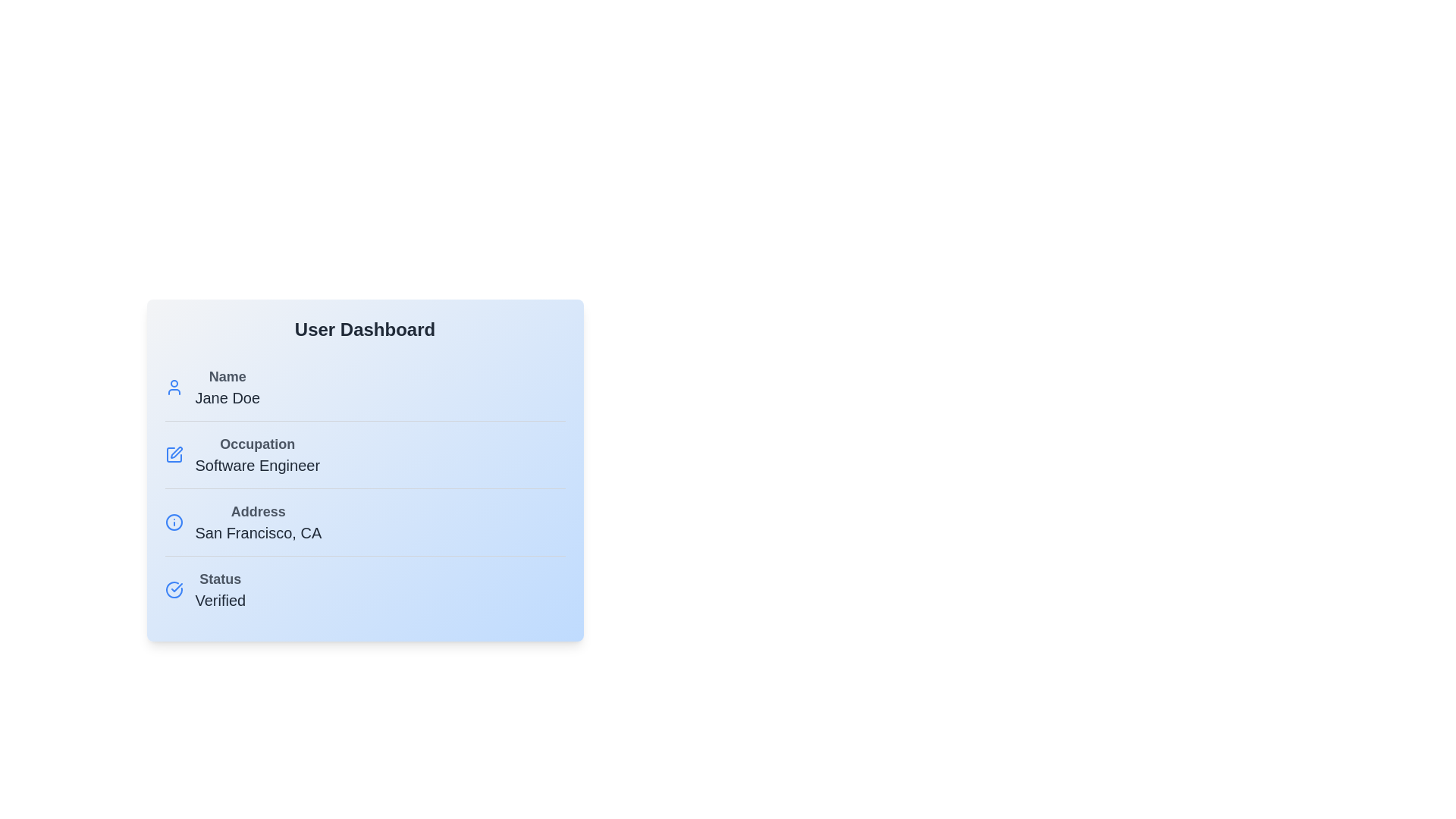  I want to click on information displayed in the text element labeled 'Address' with the value 'San Francisco, CA', which is positioned in the third row of the left-aligned section on the user dashboard, so click(258, 522).